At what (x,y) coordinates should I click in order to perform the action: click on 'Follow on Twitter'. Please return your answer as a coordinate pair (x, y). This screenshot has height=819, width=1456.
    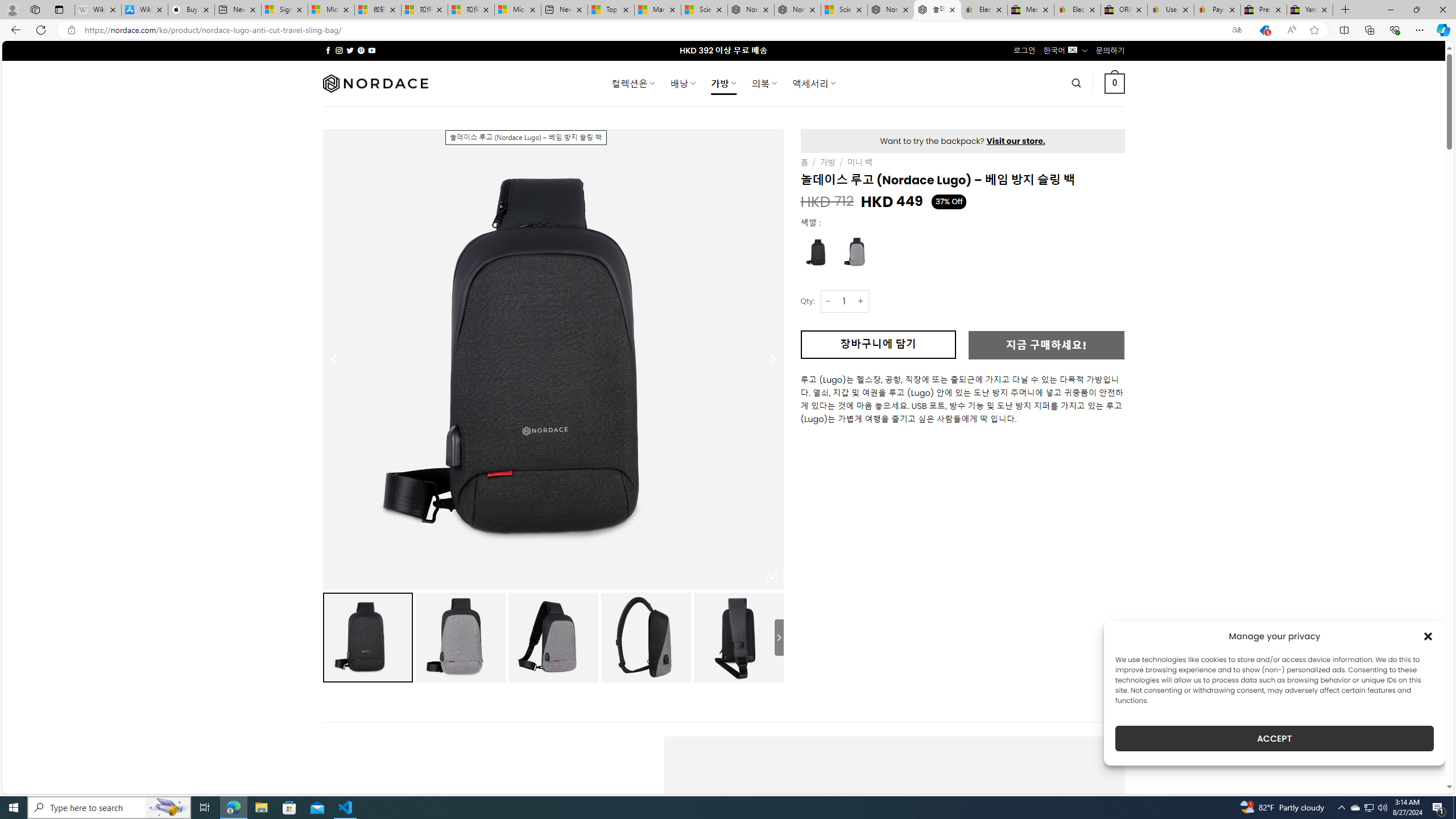
    Looking at the image, I should click on (350, 50).